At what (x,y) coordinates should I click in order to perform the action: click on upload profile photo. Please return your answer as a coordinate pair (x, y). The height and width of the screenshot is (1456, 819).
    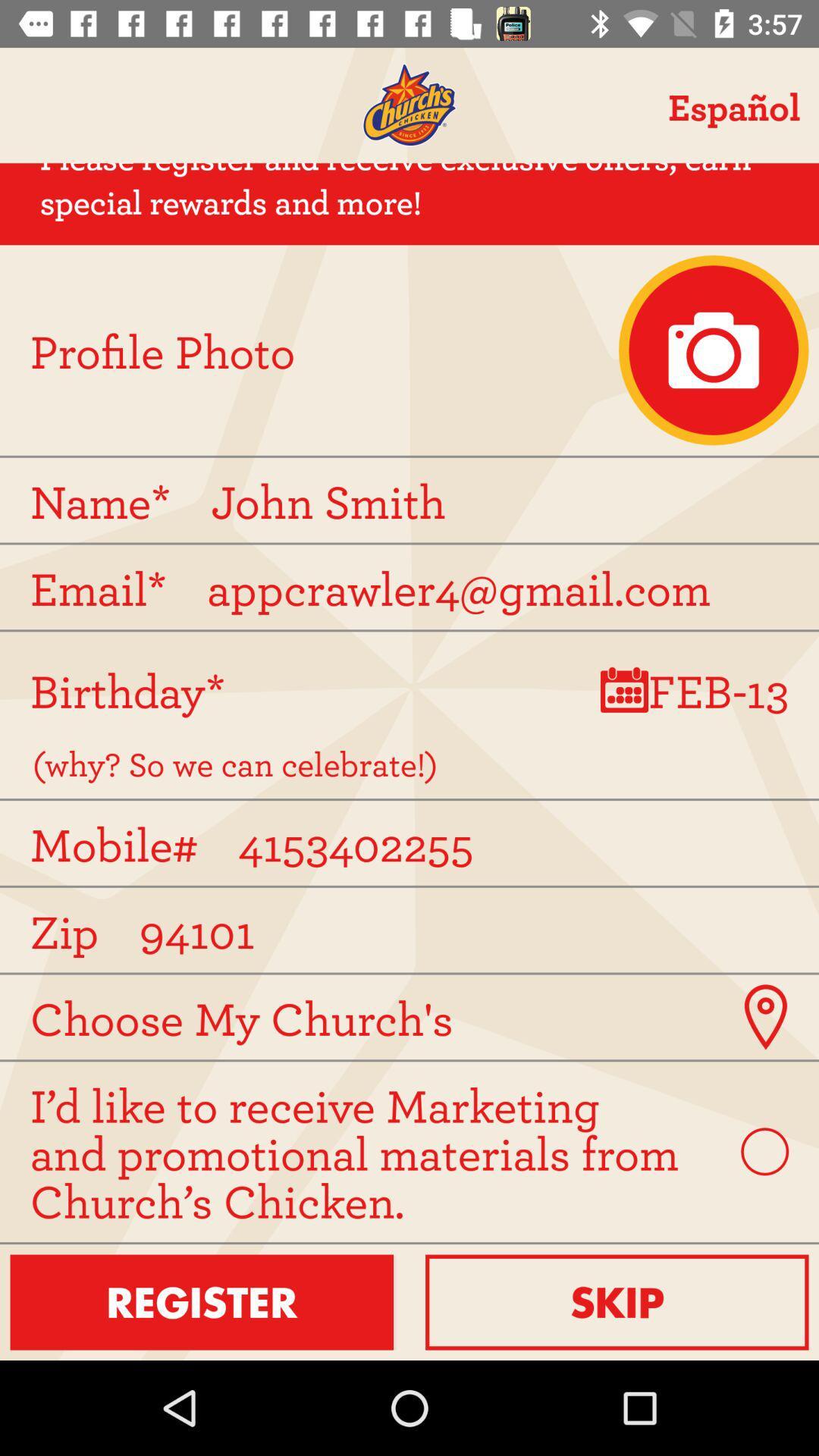
    Looking at the image, I should click on (714, 349).